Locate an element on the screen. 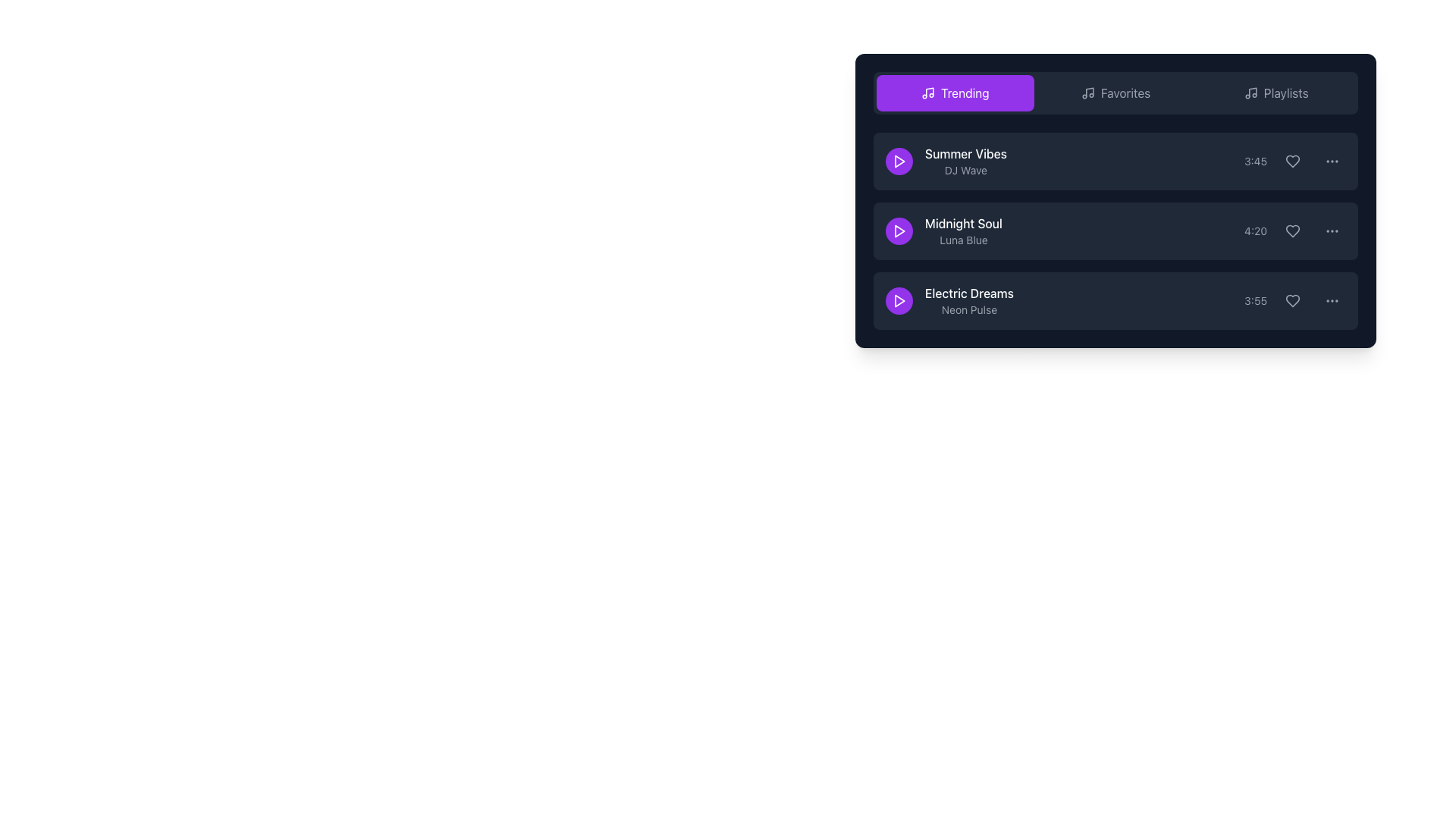 The image size is (1456, 819). the heart-shaped button icon that is outlined and positioned within a dark rectangular card, located to the right of the time display '3:45', for accessibility navigation is located at coordinates (1291, 161).